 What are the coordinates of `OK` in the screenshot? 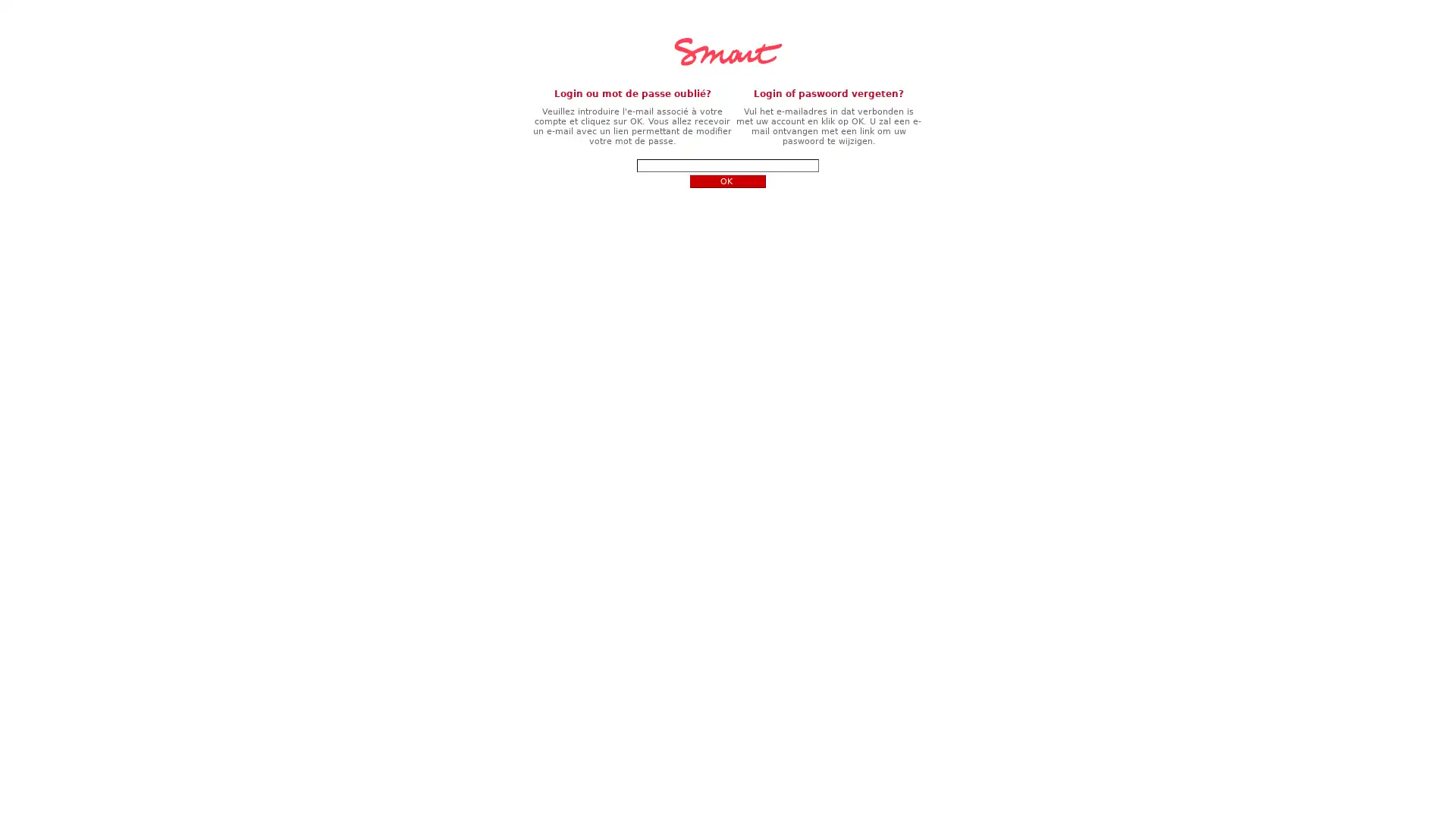 It's located at (728, 180).